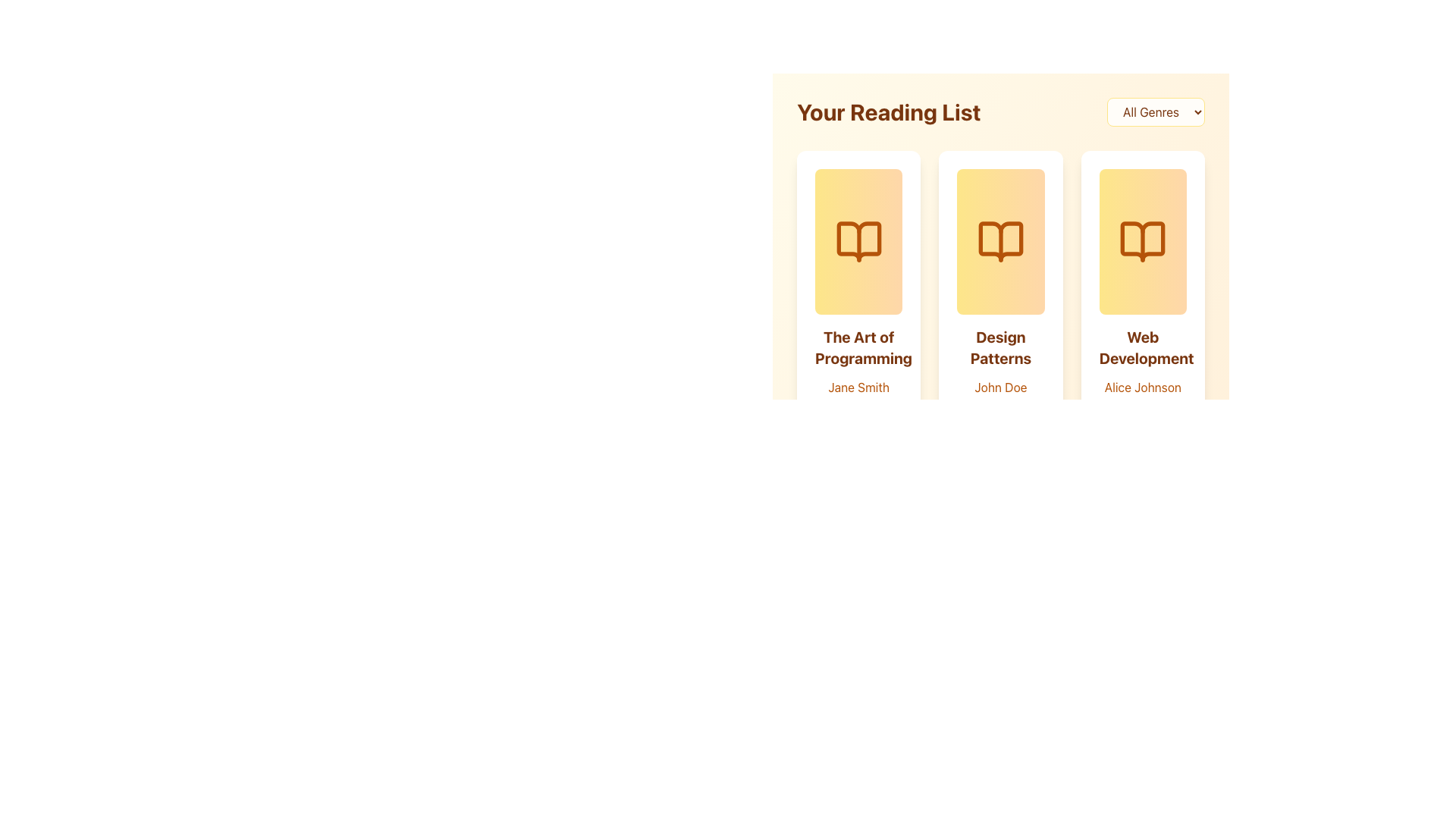 Image resolution: width=1456 pixels, height=819 pixels. Describe the element at coordinates (1143, 333) in the screenshot. I see `the third card component in the grid, titled 'Web Development'` at that location.